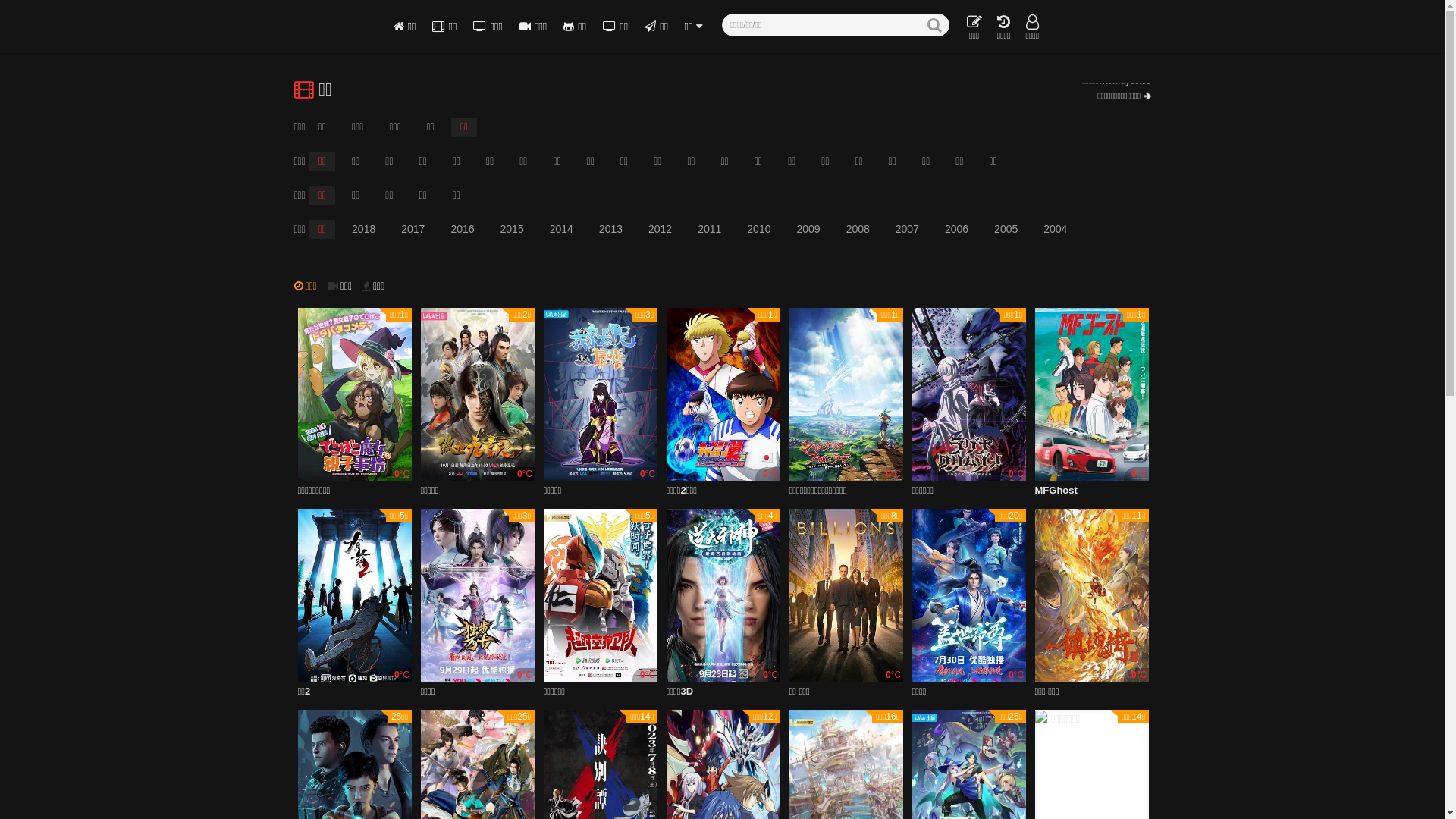 This screenshot has height=819, width=1456. What do you see at coordinates (362, 229) in the screenshot?
I see `'2018'` at bounding box center [362, 229].